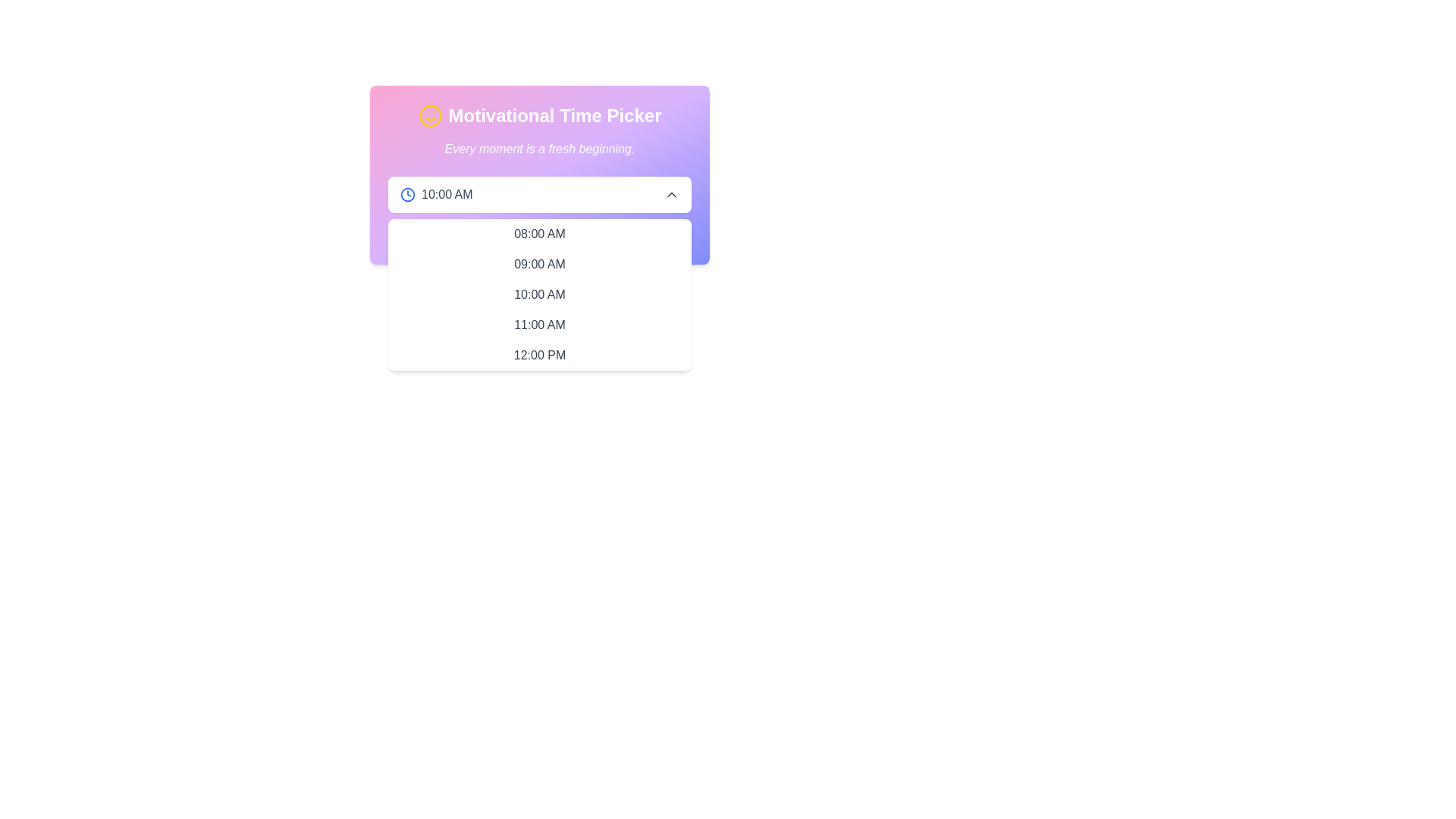 This screenshot has width=1456, height=819. I want to click on the time display text on the left side of the Motivational Time Picker interface, so click(435, 194).